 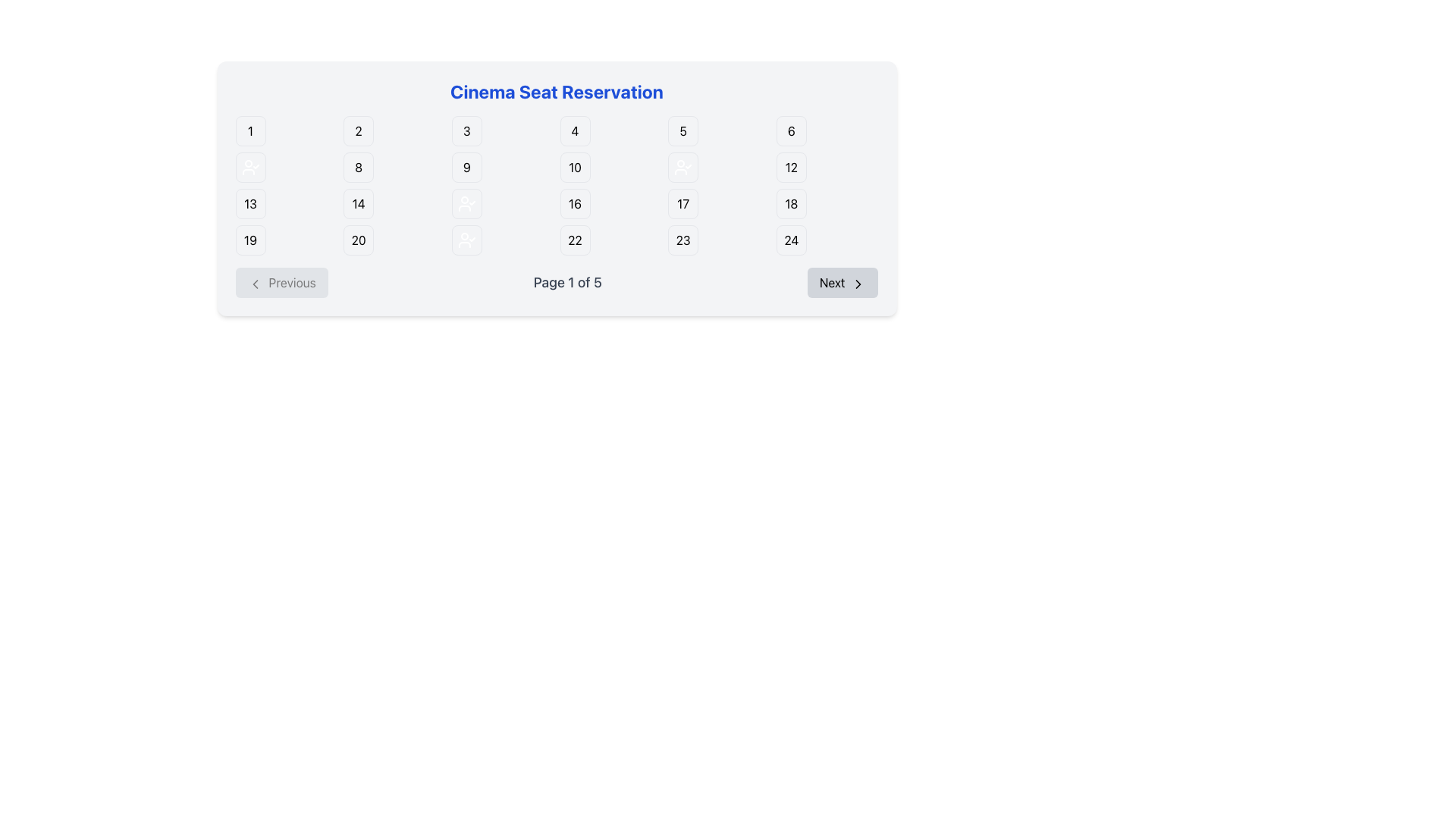 What do you see at coordinates (358, 167) in the screenshot?
I see `the square label with a green background and a black border displaying the number '8' in bold black text, located in the second row and second column of the grid layout` at bounding box center [358, 167].